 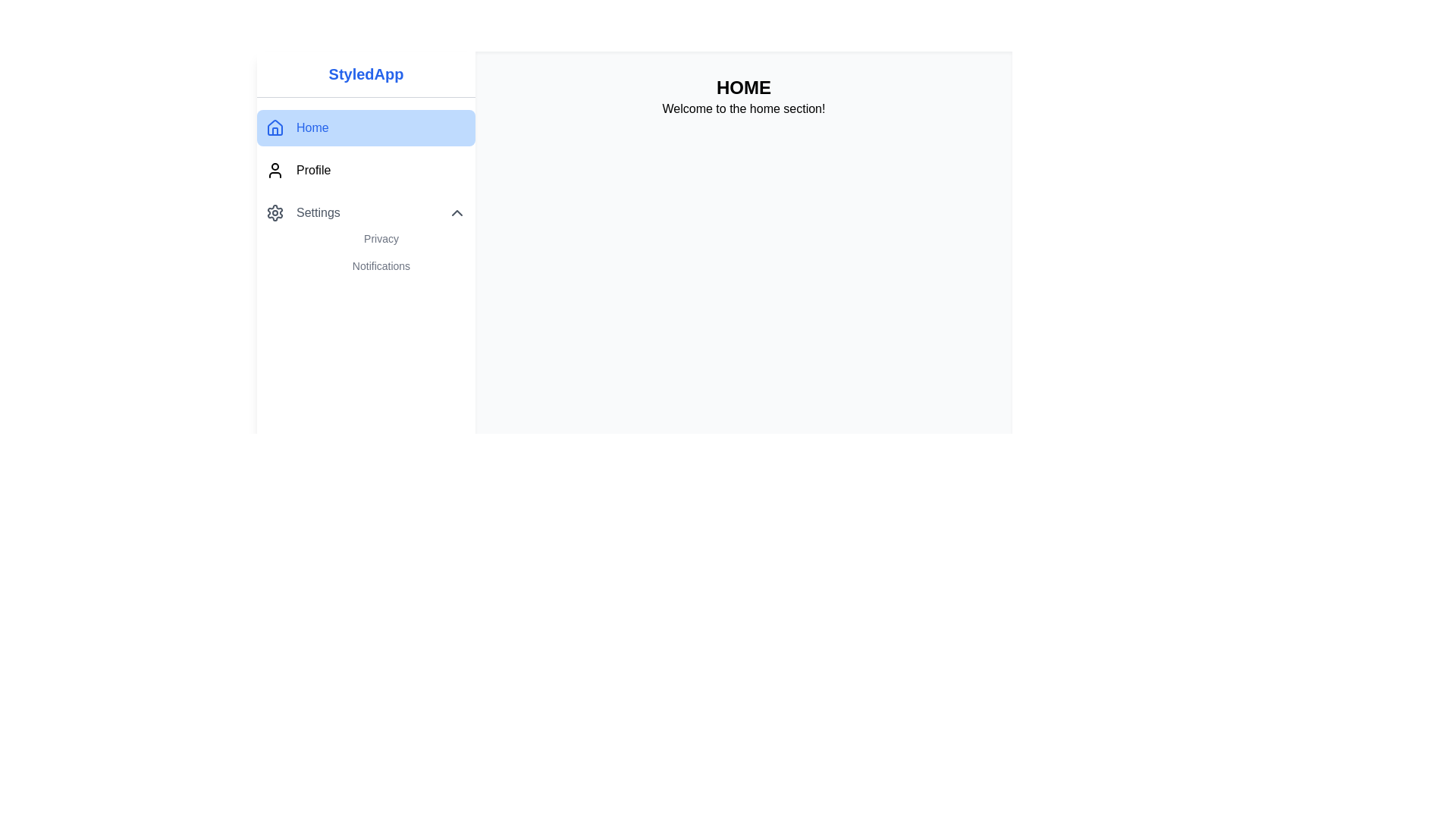 What do you see at coordinates (381, 239) in the screenshot?
I see `the 'Privacy' navigation link styled with gray color and a hover effect that changes its text color to blue, located in the 'Settings' sidebar above the 'Notifications' element` at bounding box center [381, 239].